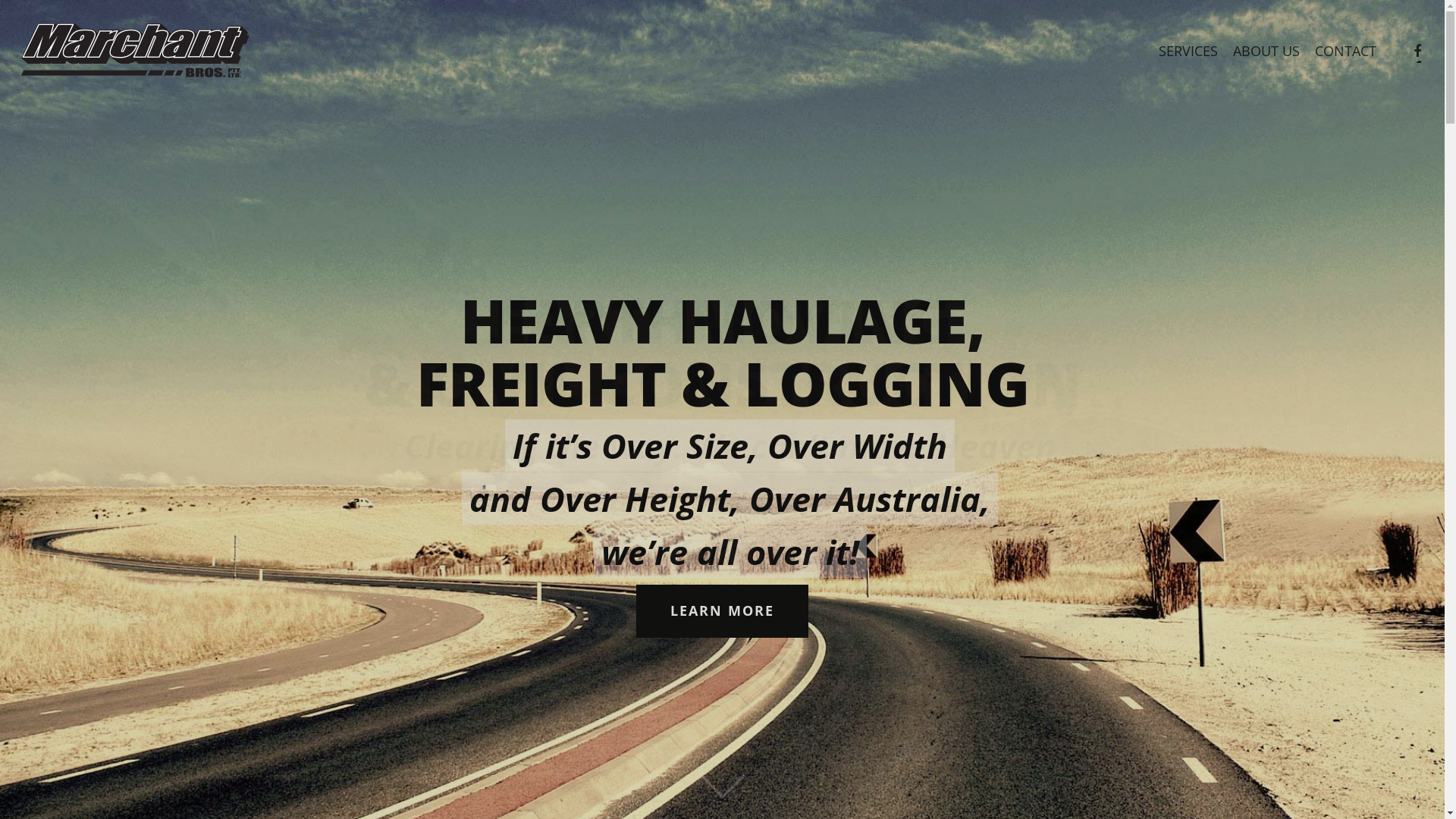 This screenshot has width=1456, height=819. I want to click on 'ABOUT US', so click(1266, 50).